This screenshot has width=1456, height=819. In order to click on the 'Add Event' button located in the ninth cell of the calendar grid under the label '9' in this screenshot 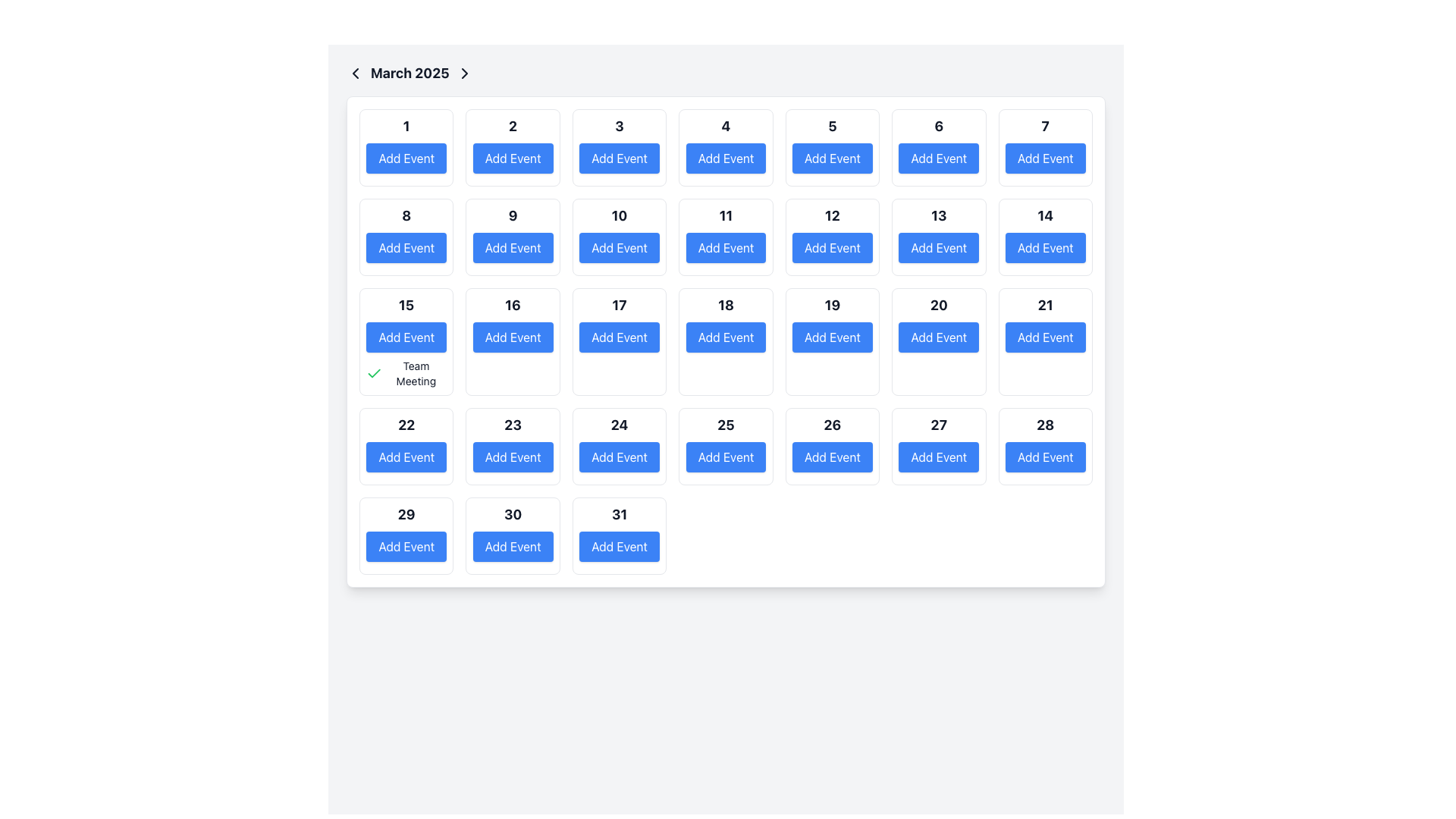, I will do `click(513, 237)`.